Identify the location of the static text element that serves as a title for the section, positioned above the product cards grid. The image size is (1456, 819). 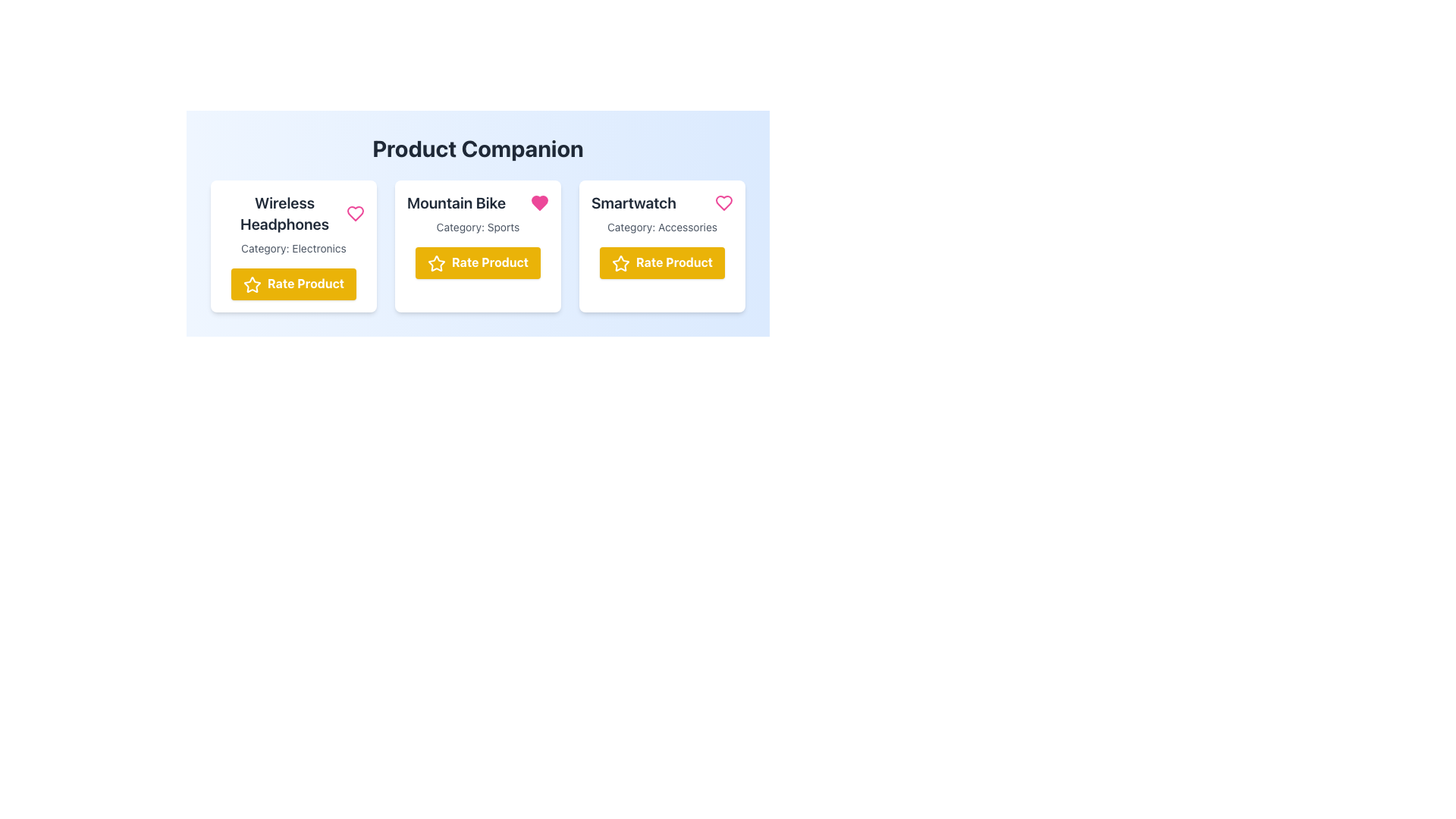
(477, 149).